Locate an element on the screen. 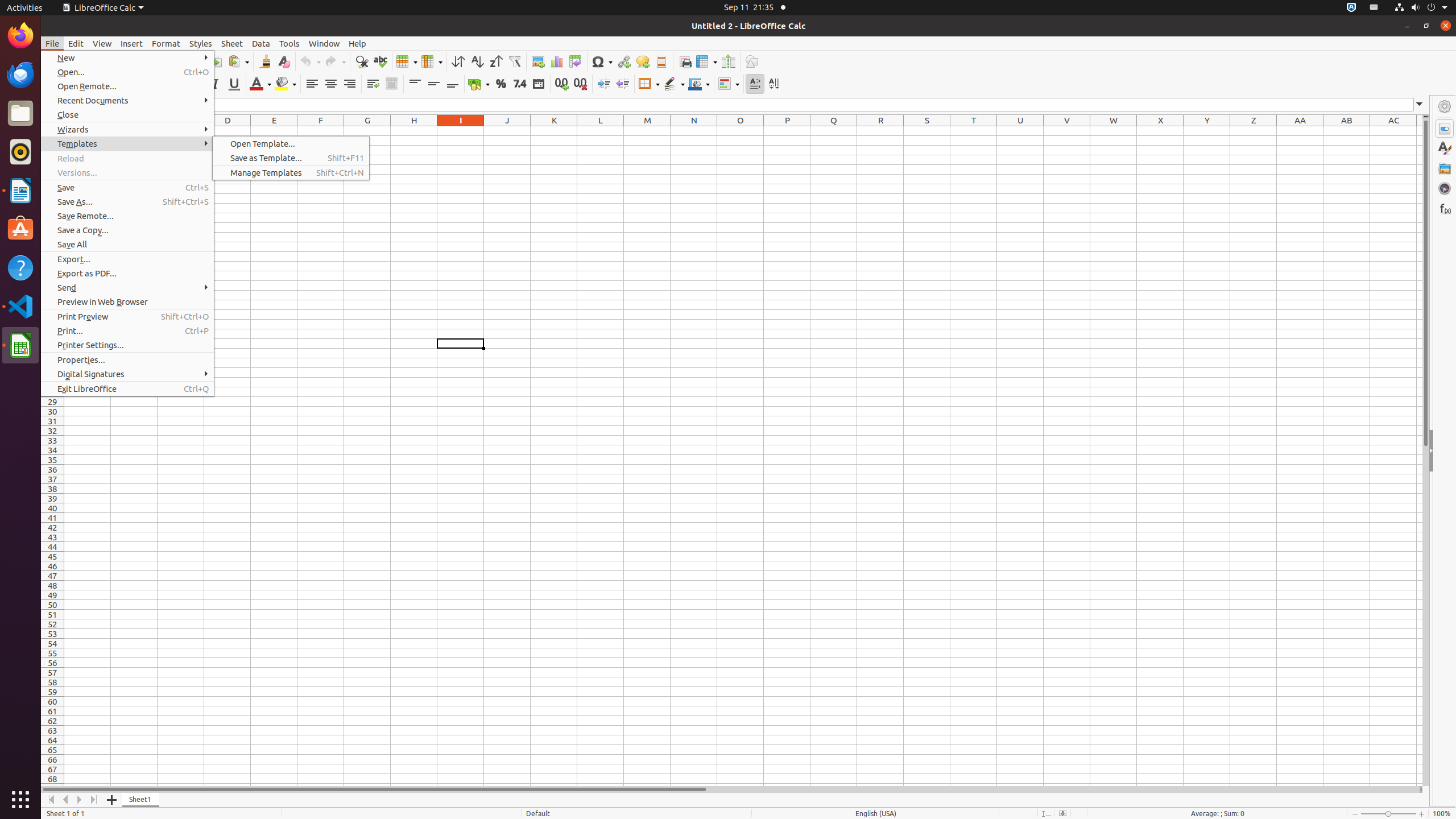  'H1' is located at coordinates (413, 130).